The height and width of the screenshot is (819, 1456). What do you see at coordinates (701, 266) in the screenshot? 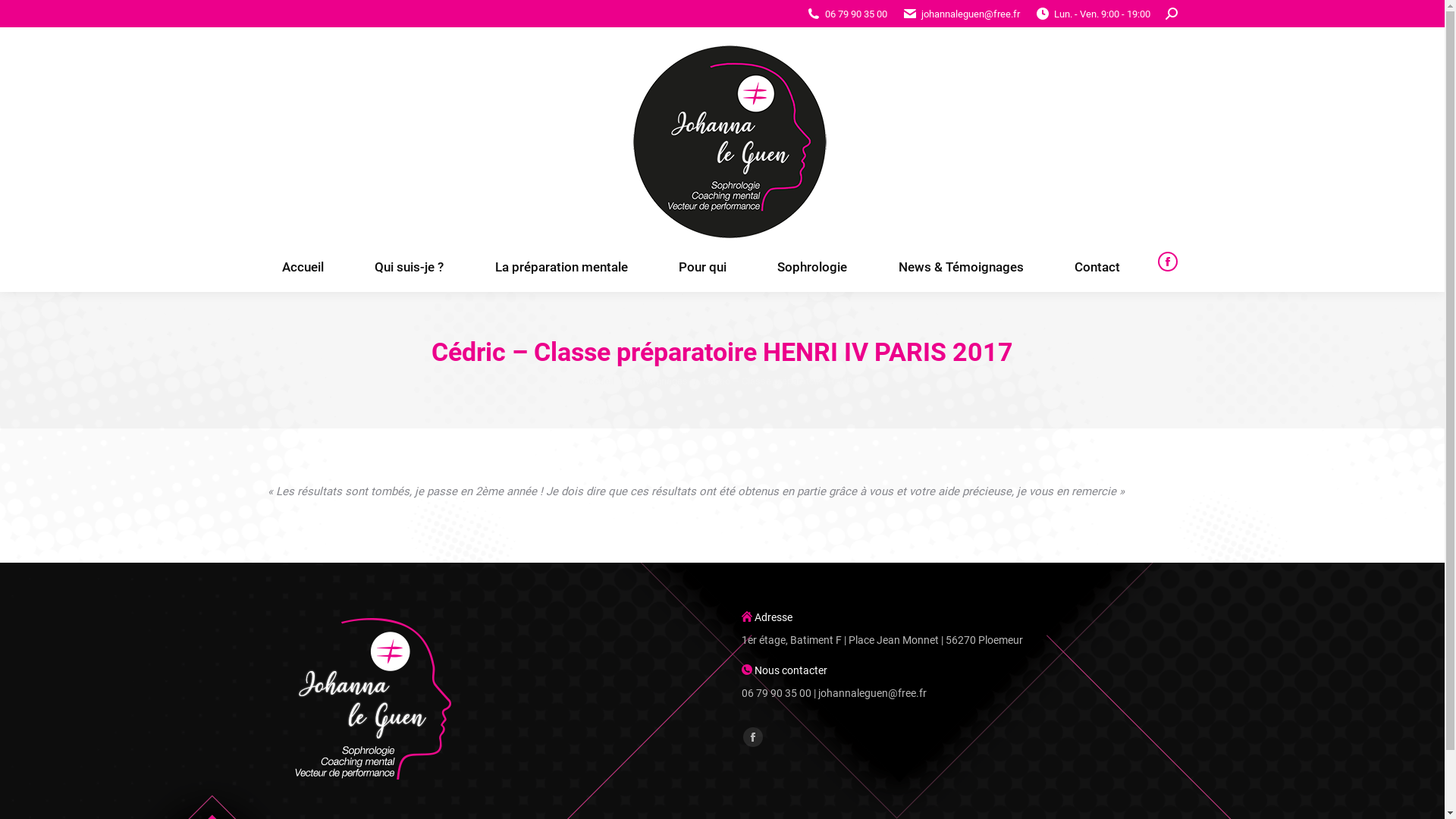
I see `'Pour qui'` at bounding box center [701, 266].